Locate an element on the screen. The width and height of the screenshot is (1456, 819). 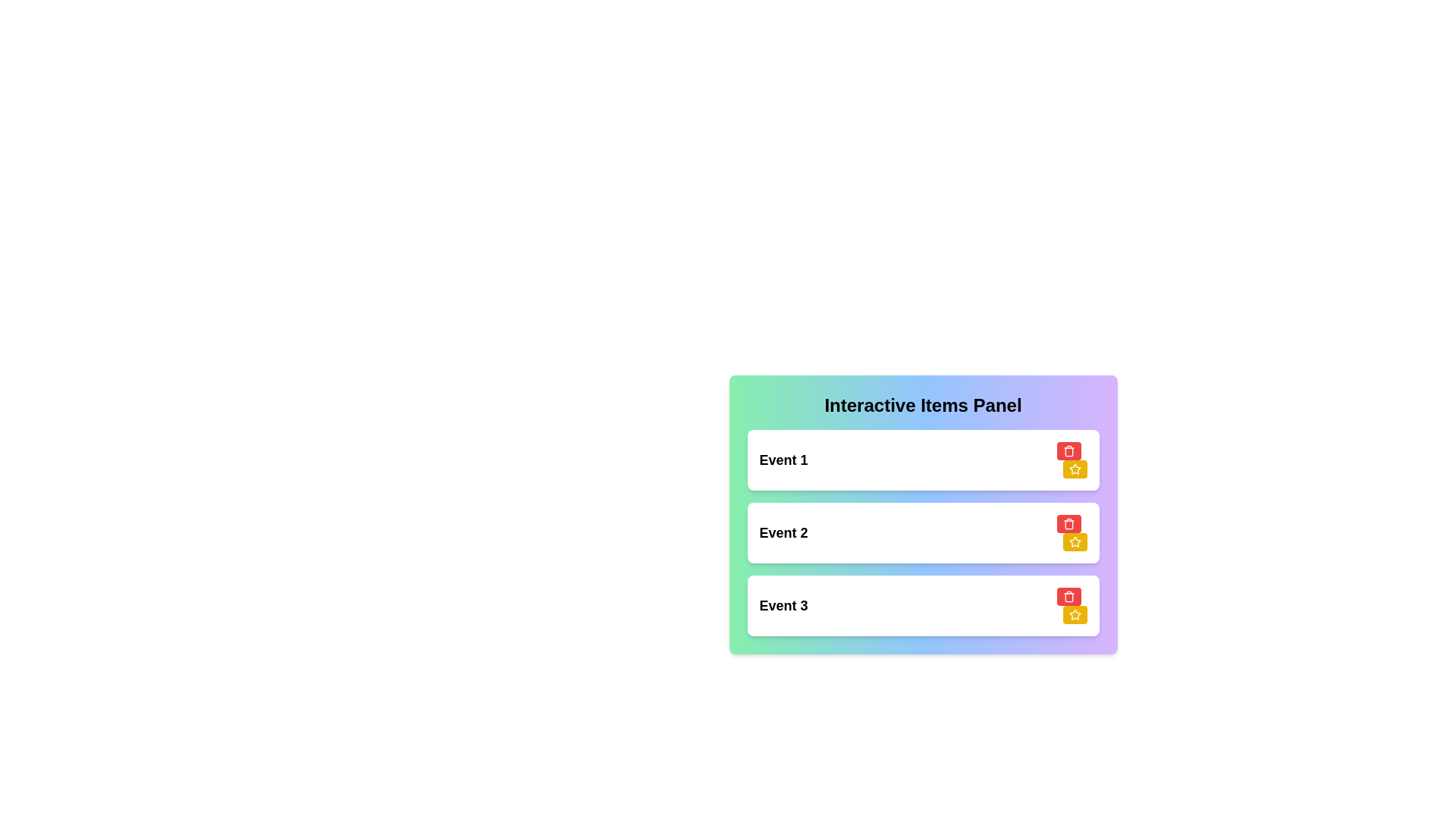
the star icon button located at the bottom right corner of the item row labeled 'Event 3' to favorite the event is located at coordinates (1074, 468).